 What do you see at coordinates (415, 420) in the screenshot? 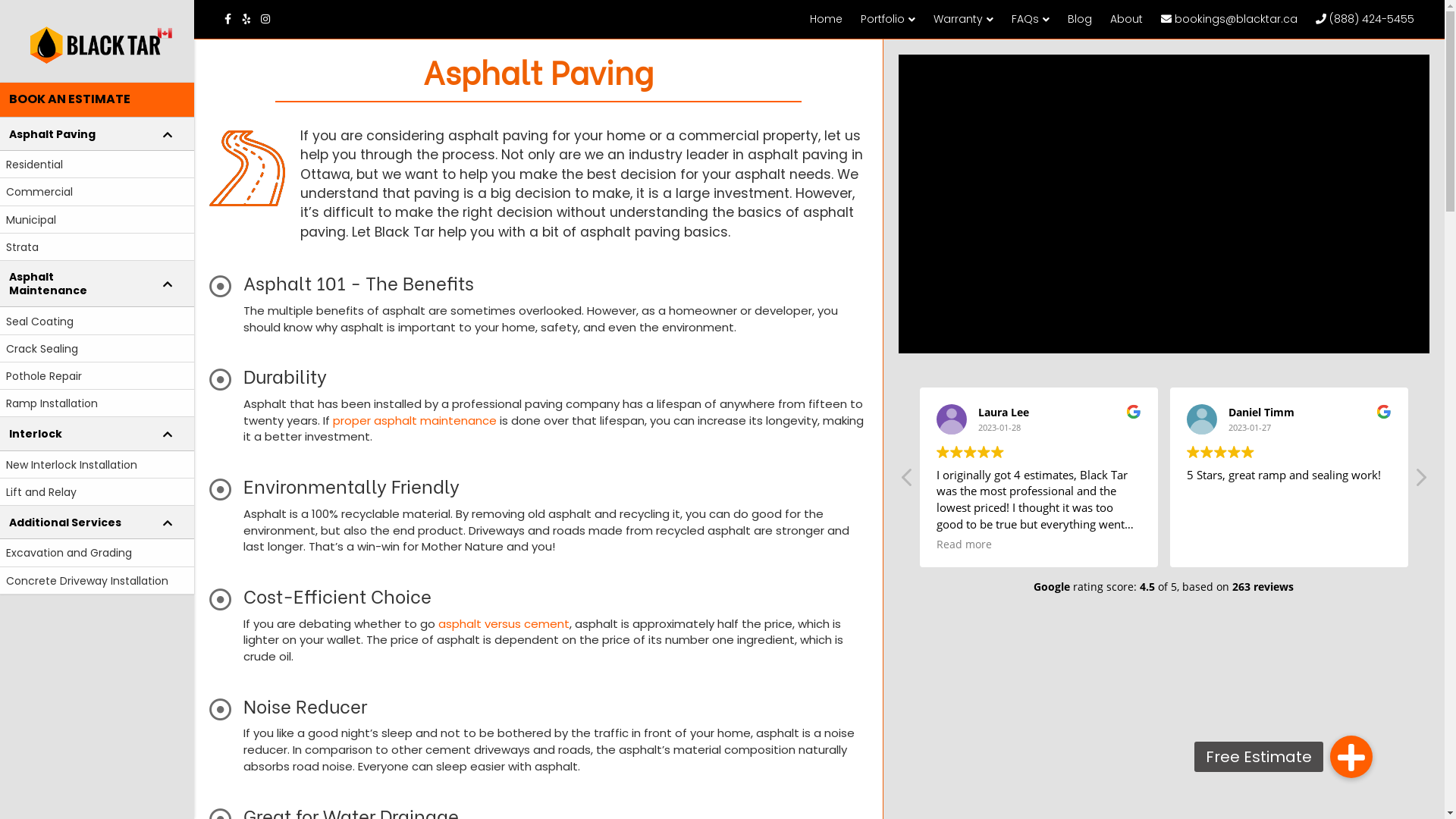
I see `'proper asphalt maintenance'` at bounding box center [415, 420].